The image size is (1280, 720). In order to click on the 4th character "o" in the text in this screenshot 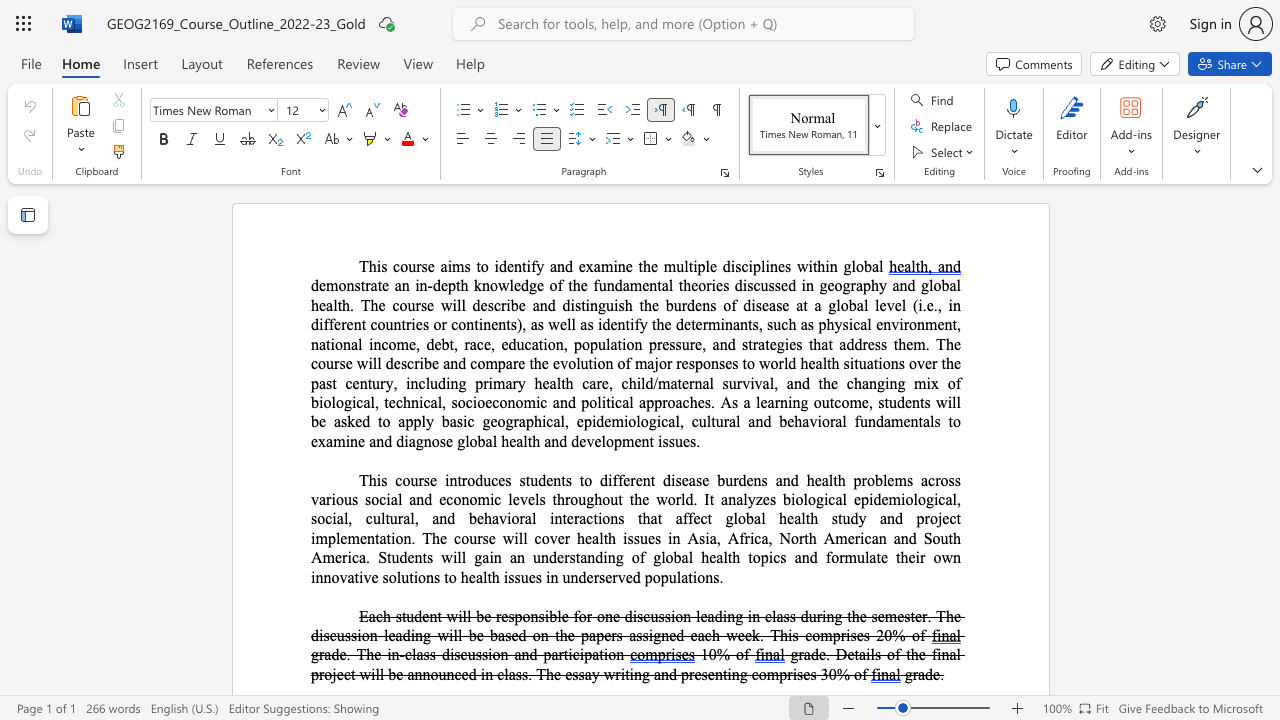, I will do `click(472, 440)`.